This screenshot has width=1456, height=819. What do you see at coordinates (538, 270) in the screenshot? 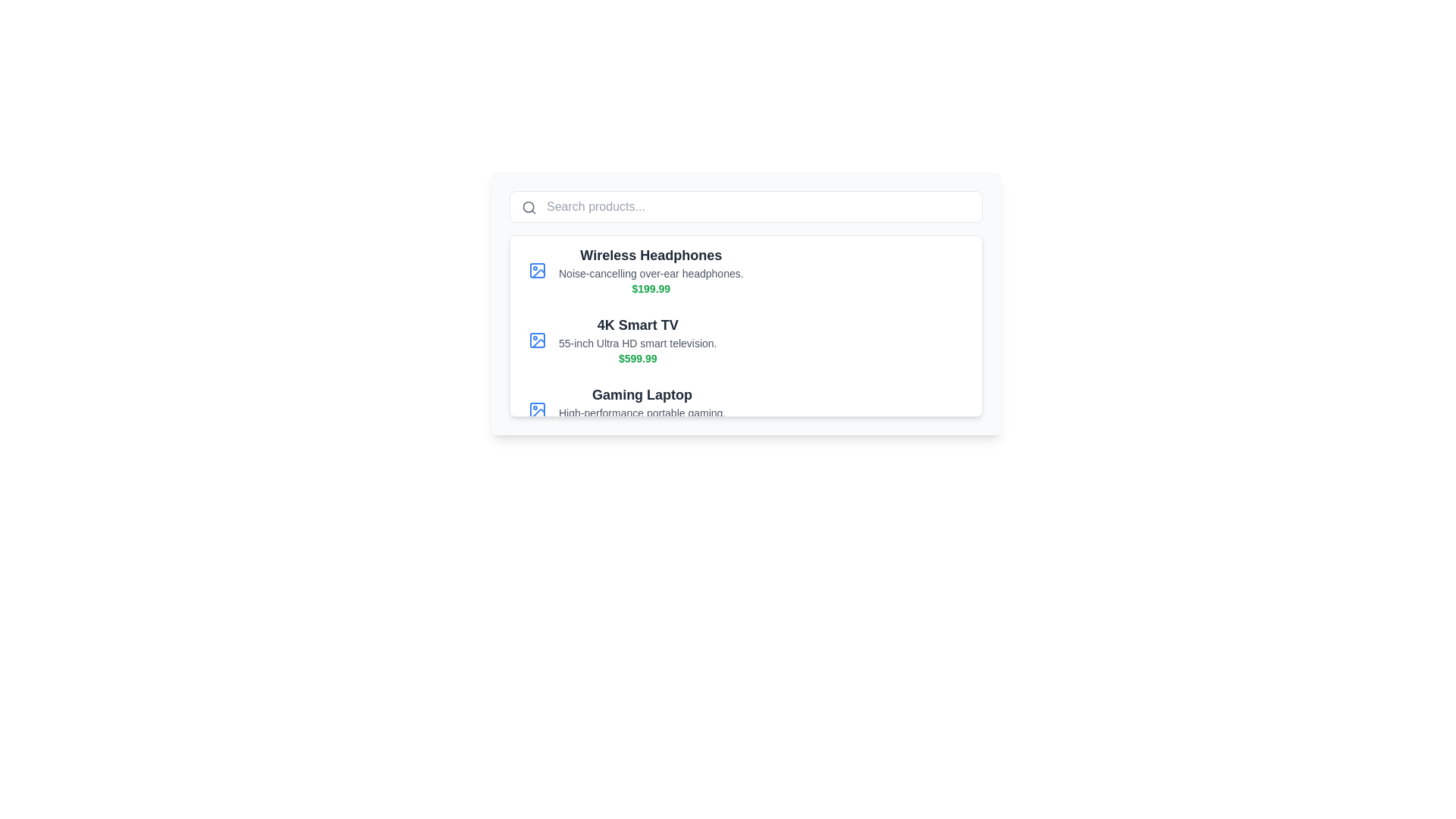
I see `the rectangular placeholder element within the image icon` at bounding box center [538, 270].